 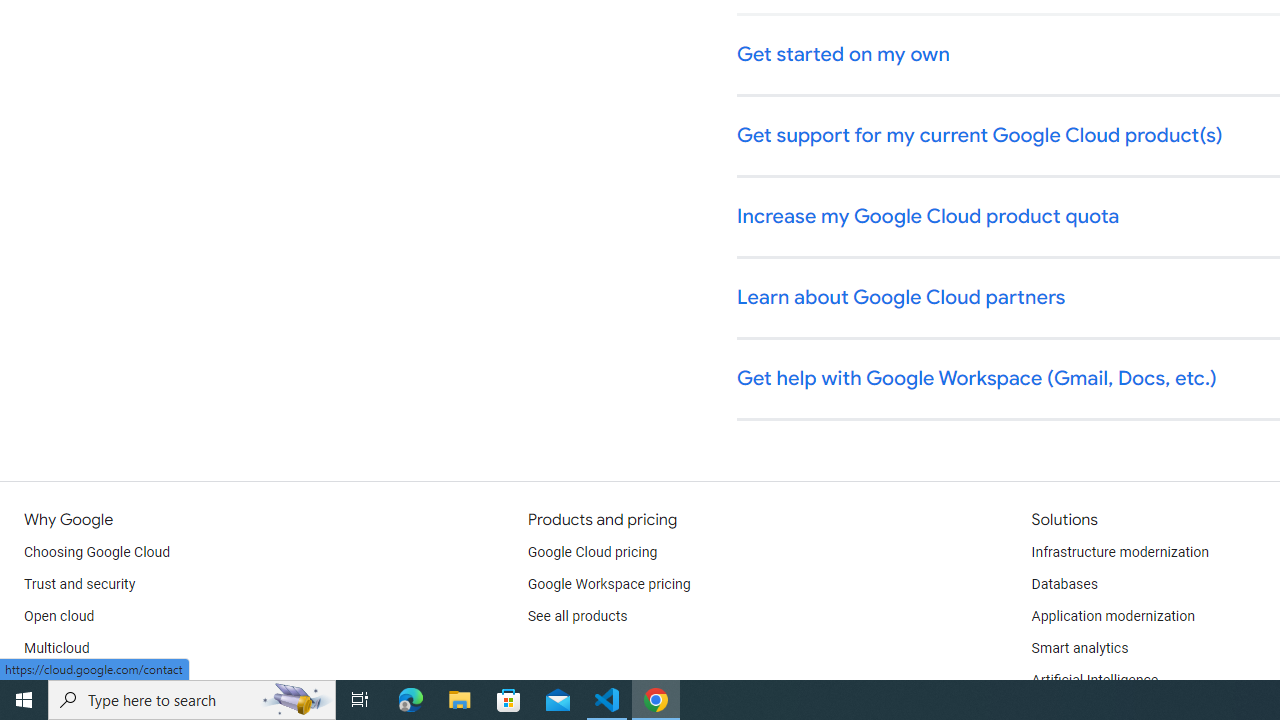 What do you see at coordinates (1093, 680) in the screenshot?
I see `'Artificial Intelligence'` at bounding box center [1093, 680].